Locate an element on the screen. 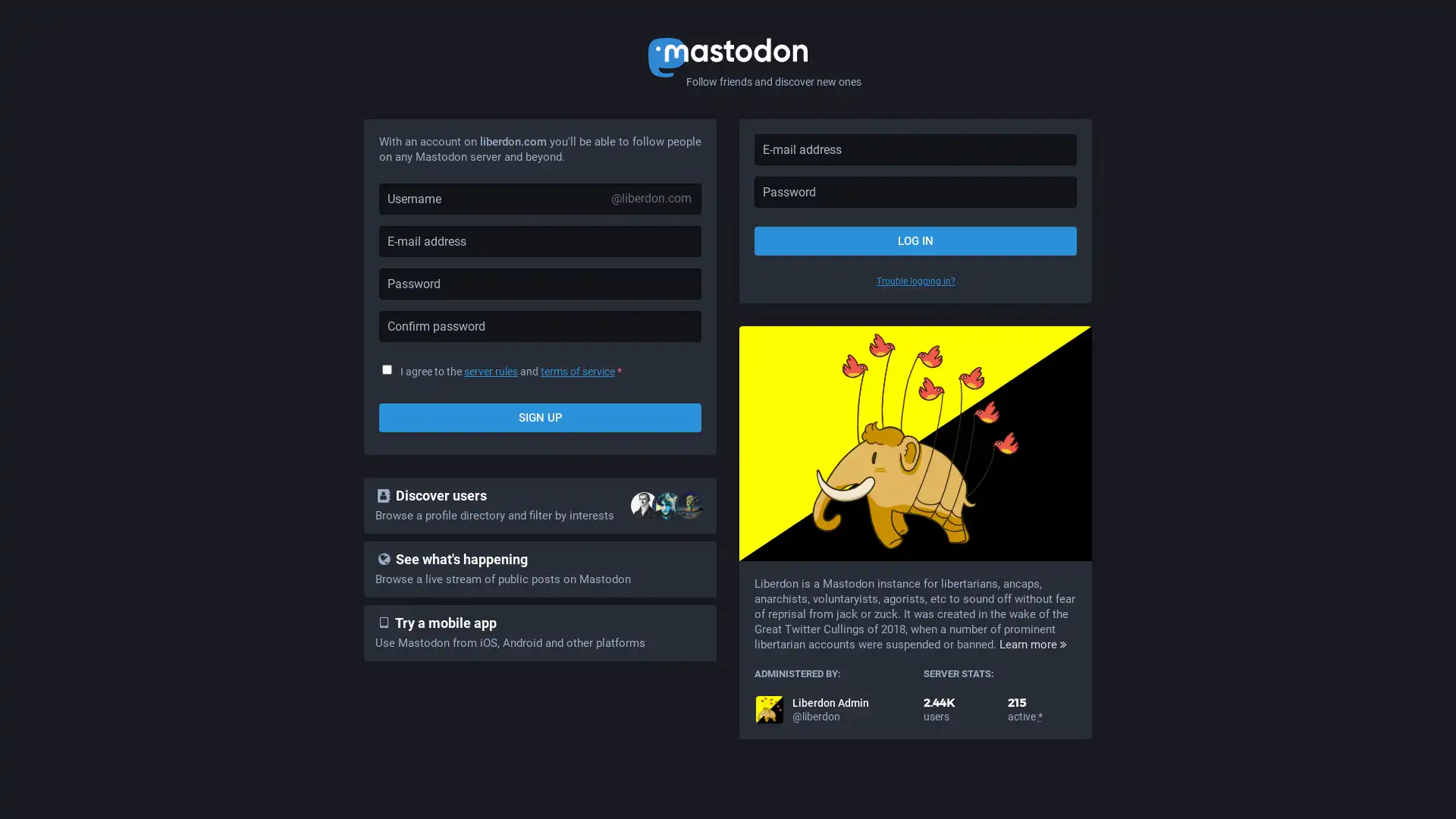 The height and width of the screenshot is (819, 1456). LOG IN is located at coordinates (915, 240).